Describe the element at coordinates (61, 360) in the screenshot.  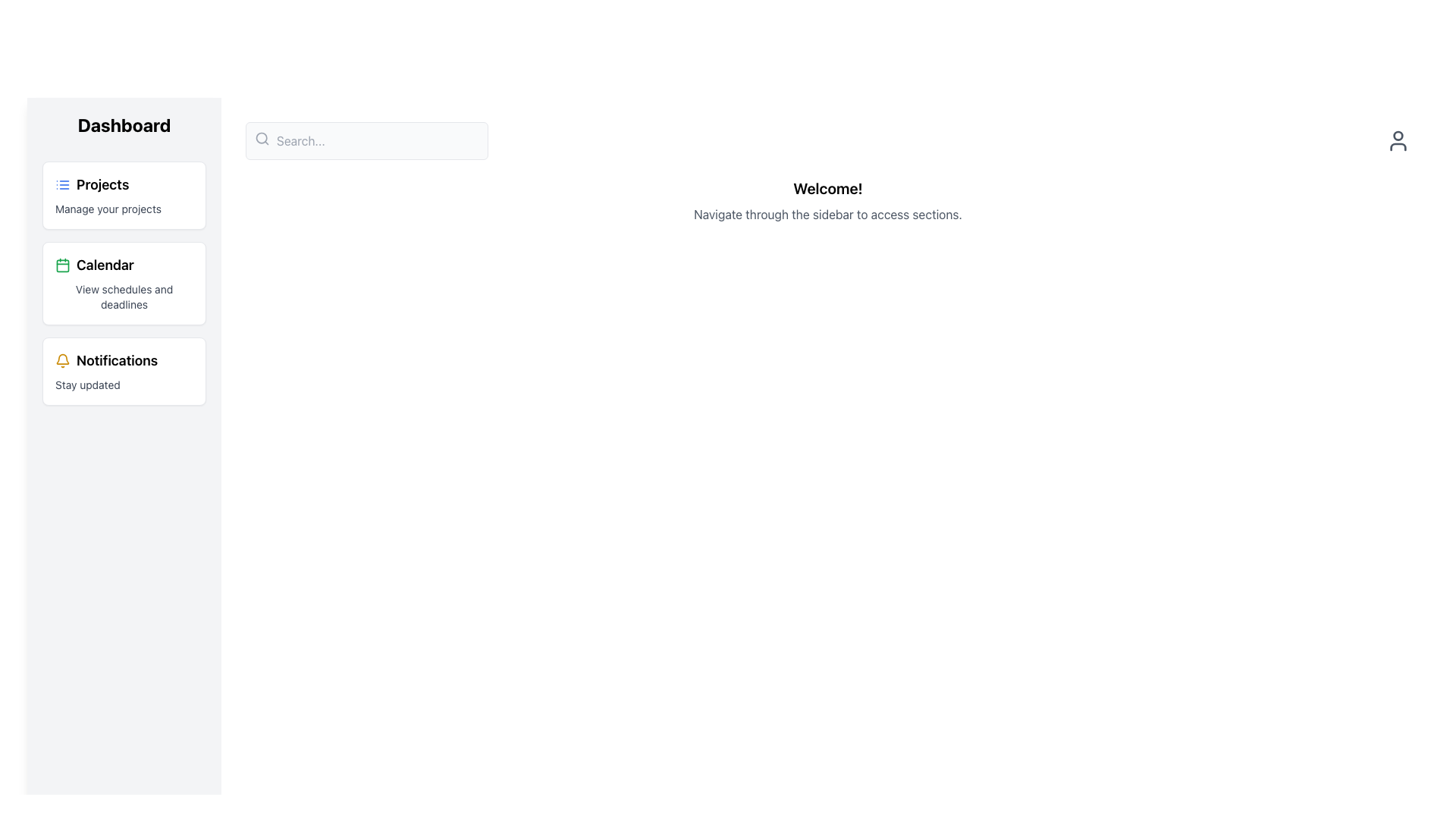
I see `the yellow bell-shaped icon located in the navigation panel` at that location.